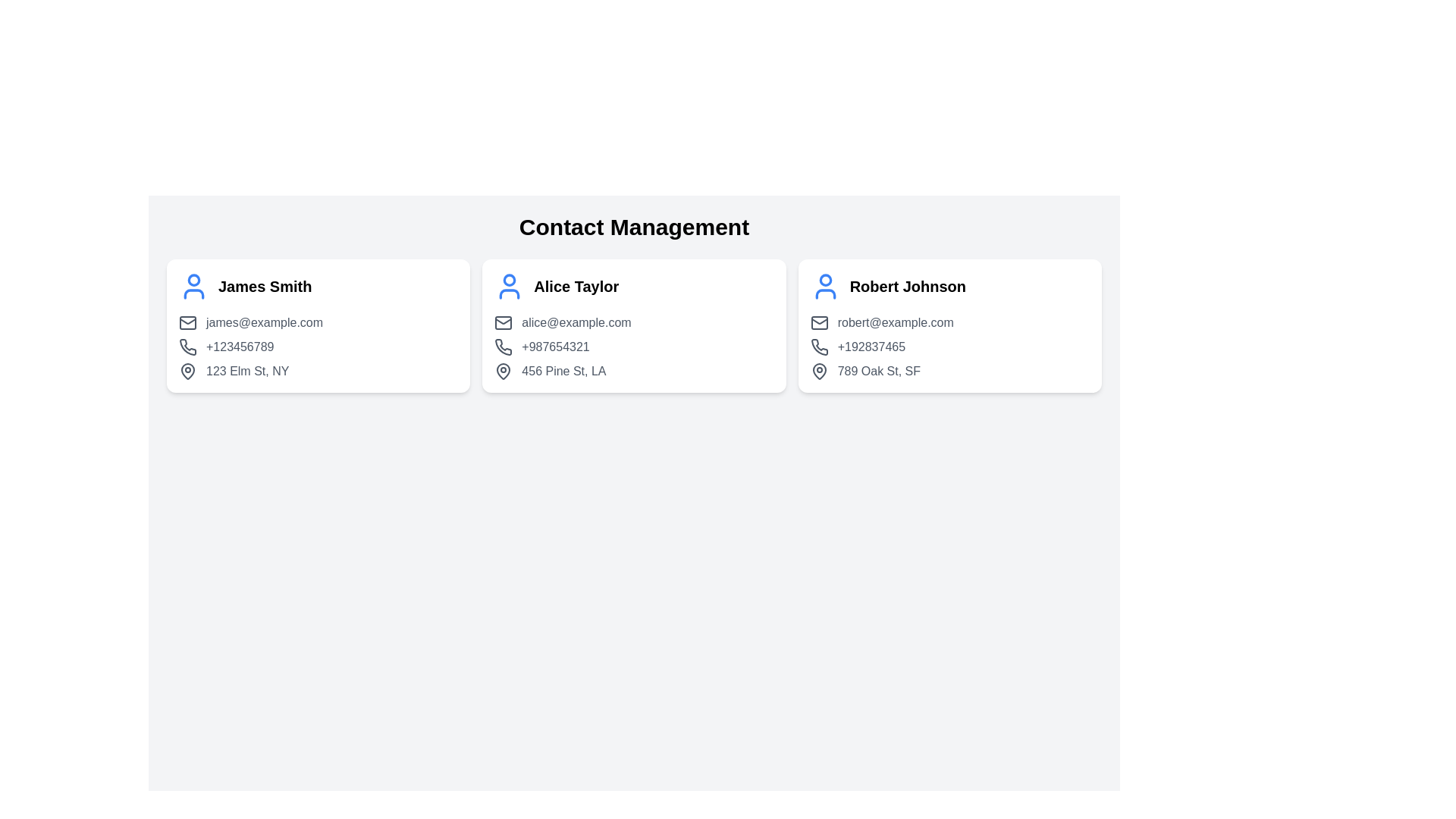  I want to click on the 'Contact Management' text header, so click(634, 227).